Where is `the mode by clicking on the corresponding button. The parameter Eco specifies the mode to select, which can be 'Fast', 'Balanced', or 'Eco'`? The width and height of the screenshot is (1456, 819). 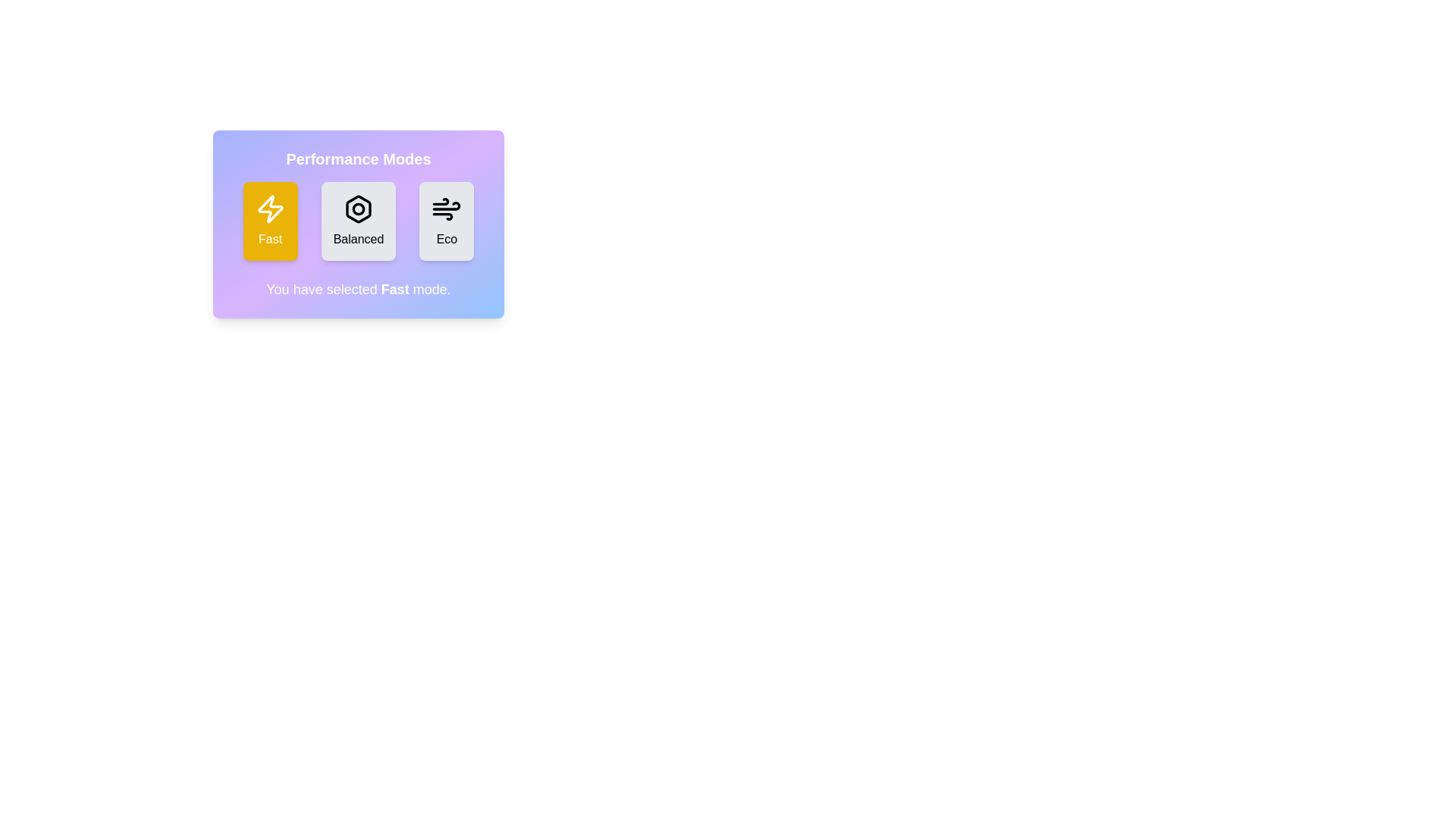
the mode by clicking on the corresponding button. The parameter Eco specifies the mode to select, which can be 'Fast', 'Balanced', or 'Eco' is located at coordinates (446, 221).